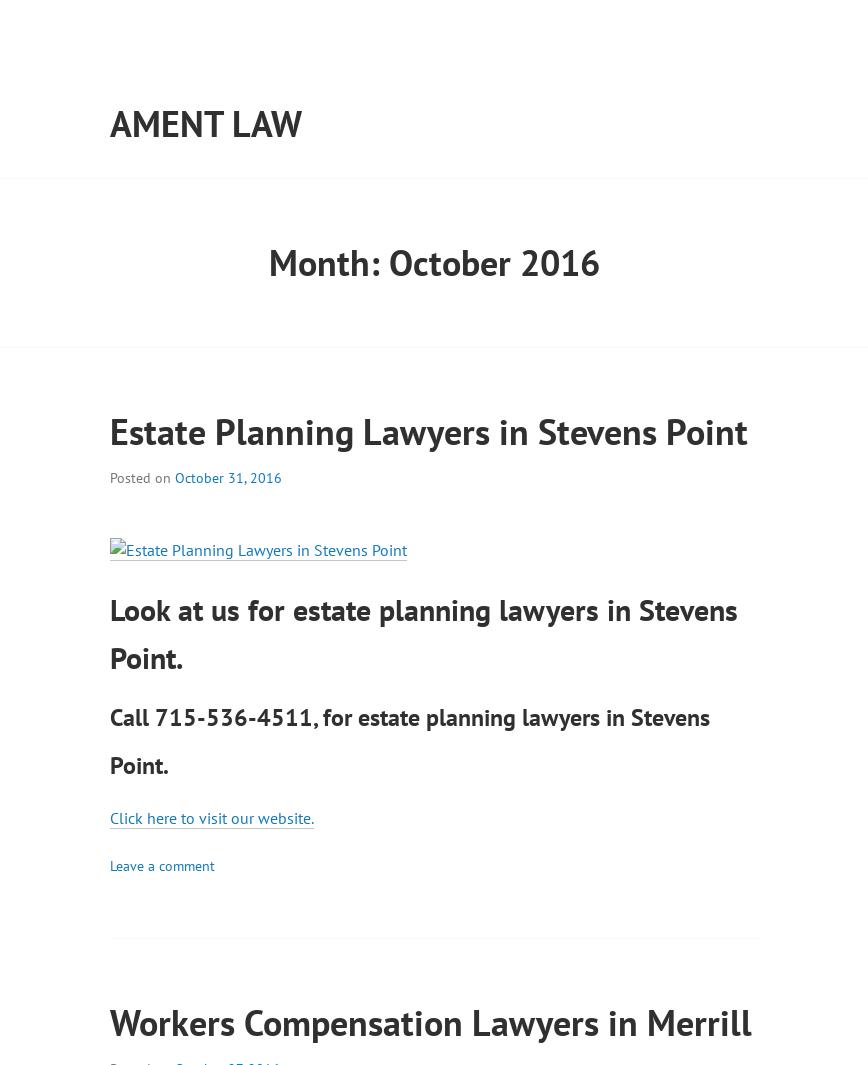 The height and width of the screenshot is (1065, 868). I want to click on 'Ament Law', so click(205, 122).